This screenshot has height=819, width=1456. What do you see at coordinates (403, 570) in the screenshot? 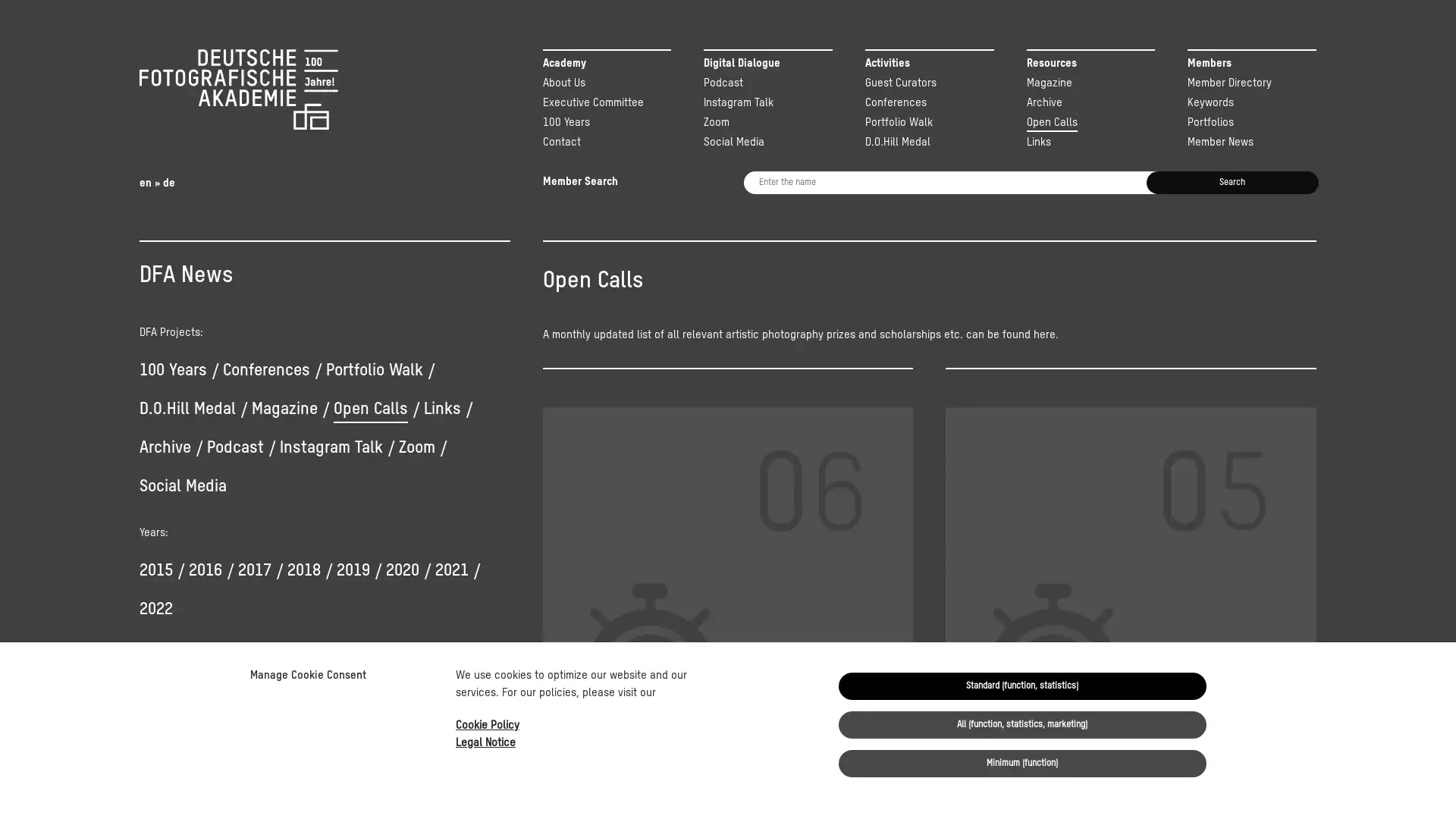
I see `2020` at bounding box center [403, 570].